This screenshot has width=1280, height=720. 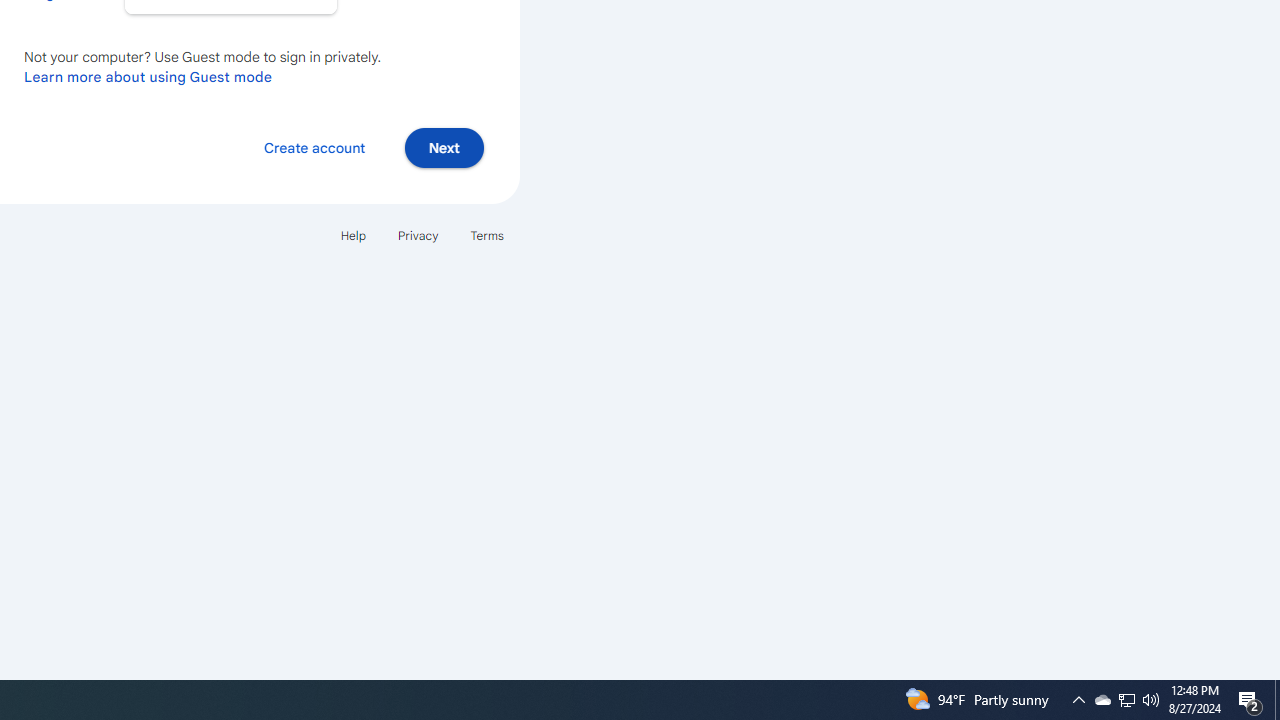 I want to click on 'Create account', so click(x=313, y=146).